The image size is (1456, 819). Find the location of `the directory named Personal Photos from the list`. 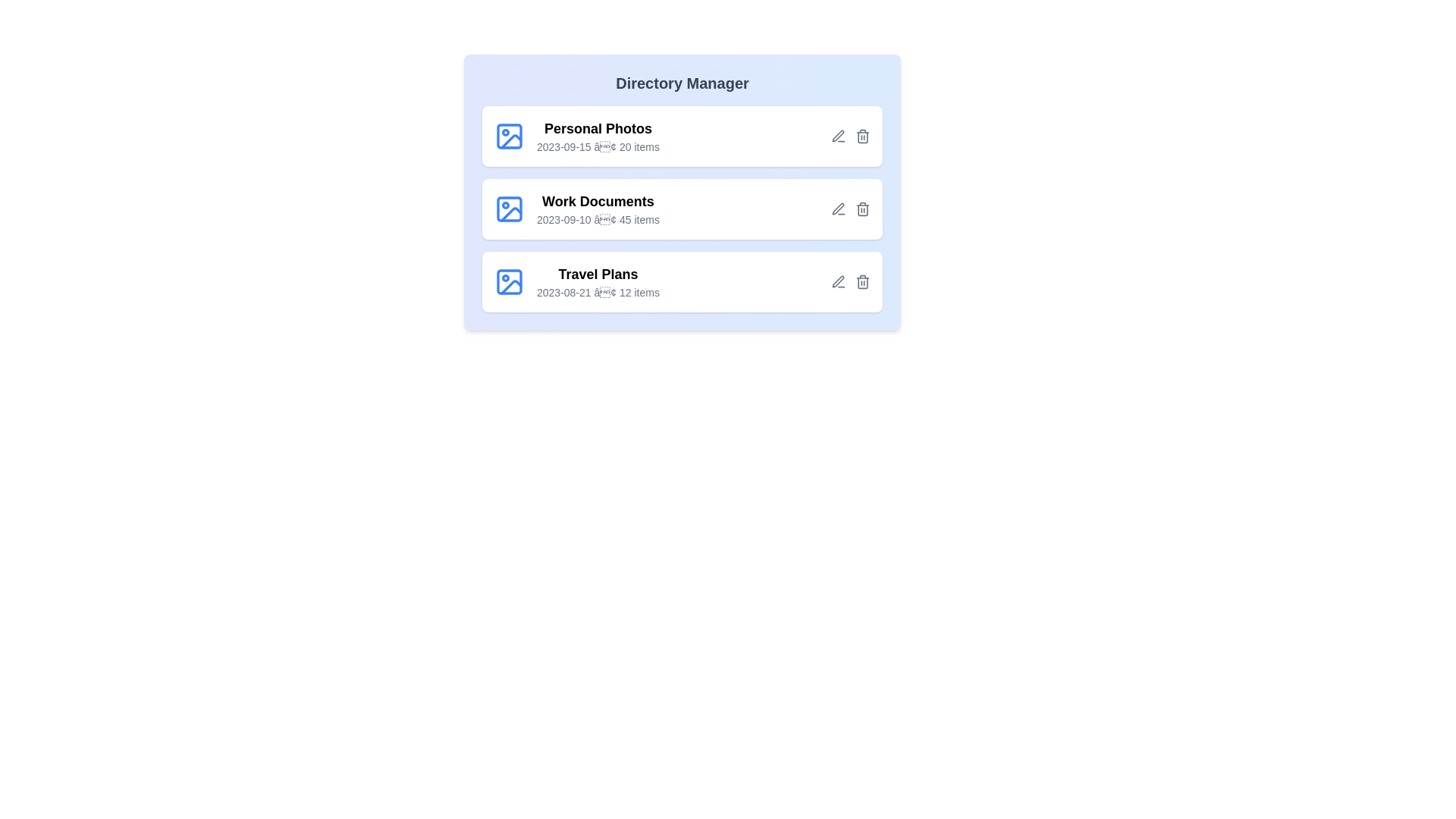

the directory named Personal Photos from the list is located at coordinates (682, 136).